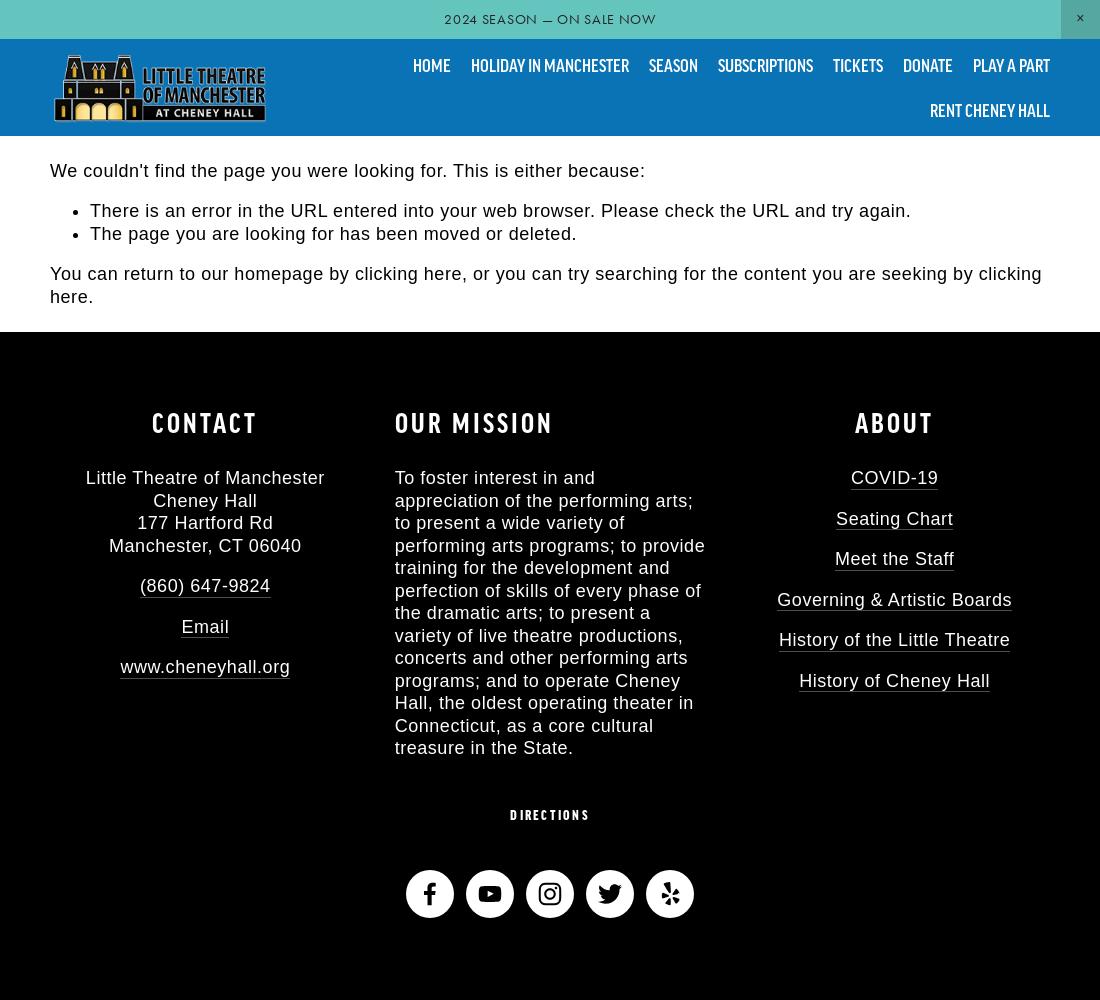 Image resolution: width=1100 pixels, height=1000 pixels. Describe the element at coordinates (893, 422) in the screenshot. I see `'About'` at that location.